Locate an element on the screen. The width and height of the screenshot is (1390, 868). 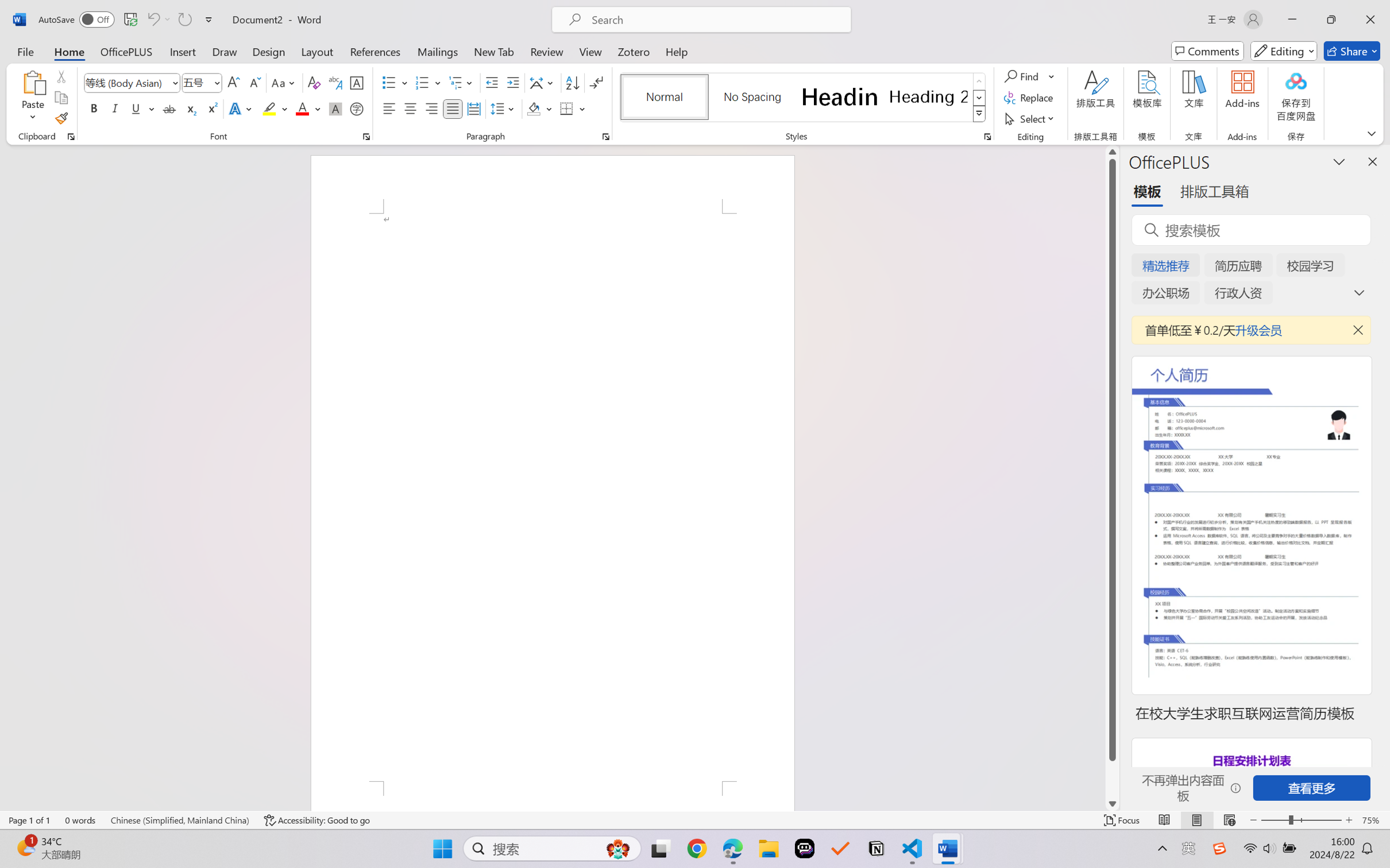
'Can' is located at coordinates (184, 19).